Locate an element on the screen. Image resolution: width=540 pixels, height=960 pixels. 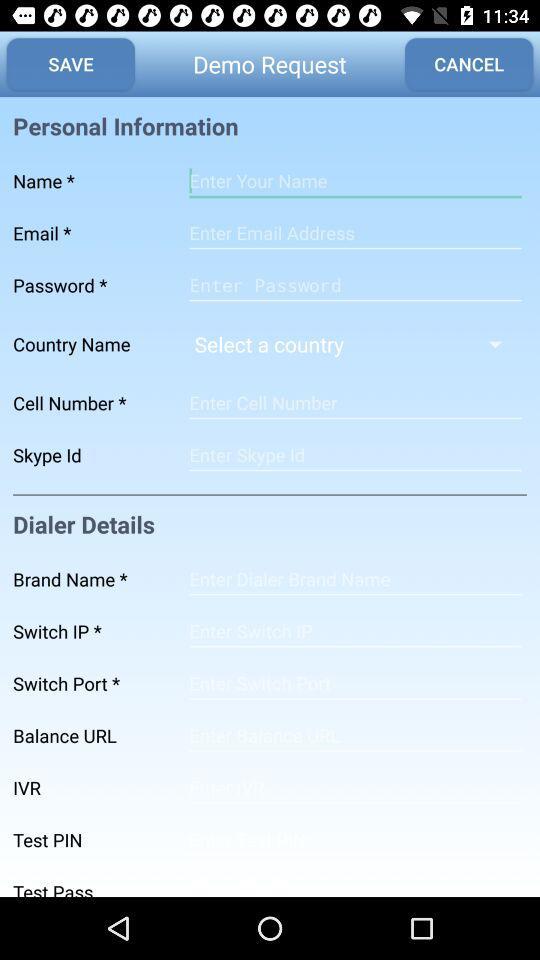
address page is located at coordinates (354, 734).